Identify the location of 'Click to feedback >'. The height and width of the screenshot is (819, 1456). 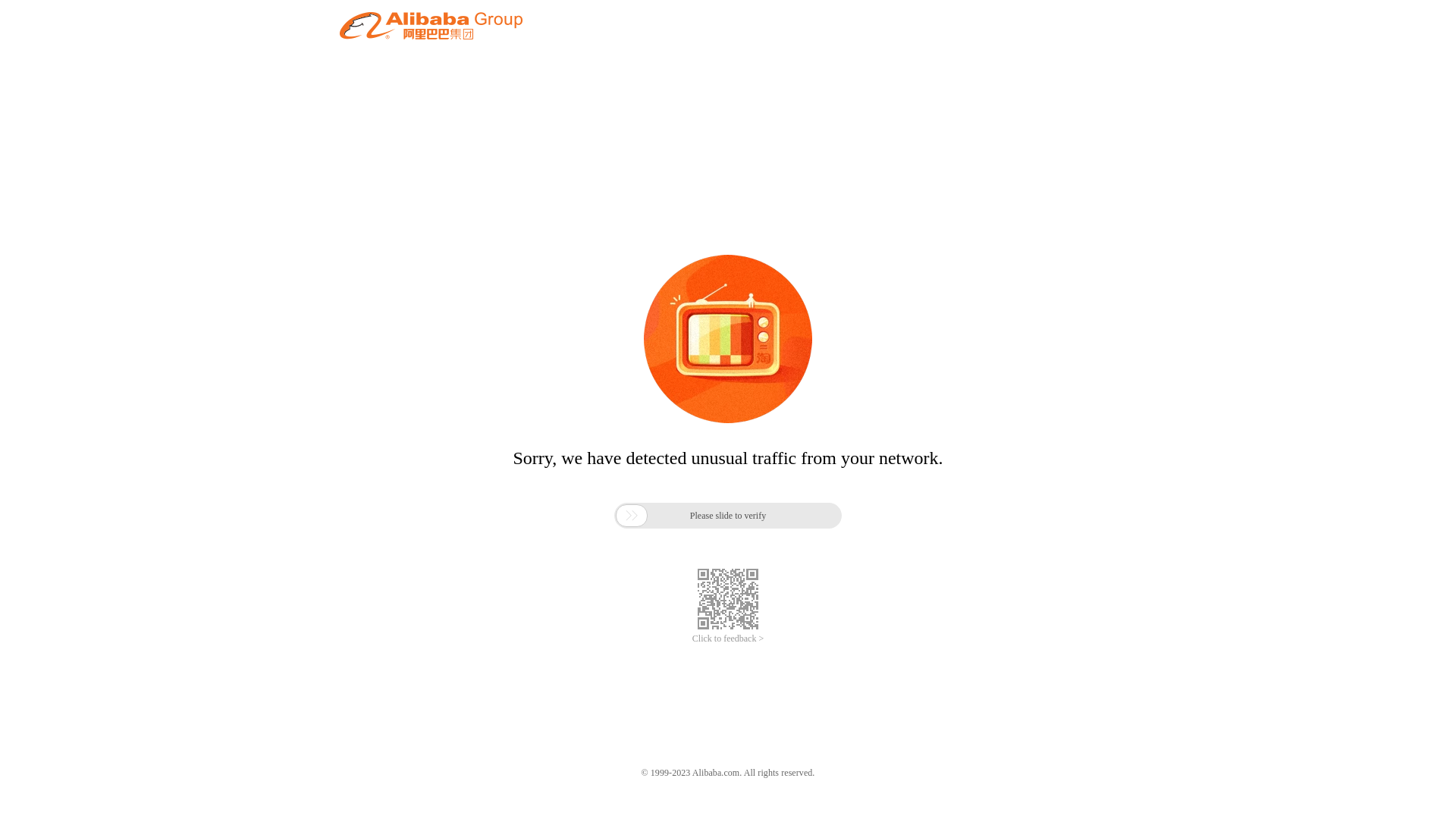
(728, 639).